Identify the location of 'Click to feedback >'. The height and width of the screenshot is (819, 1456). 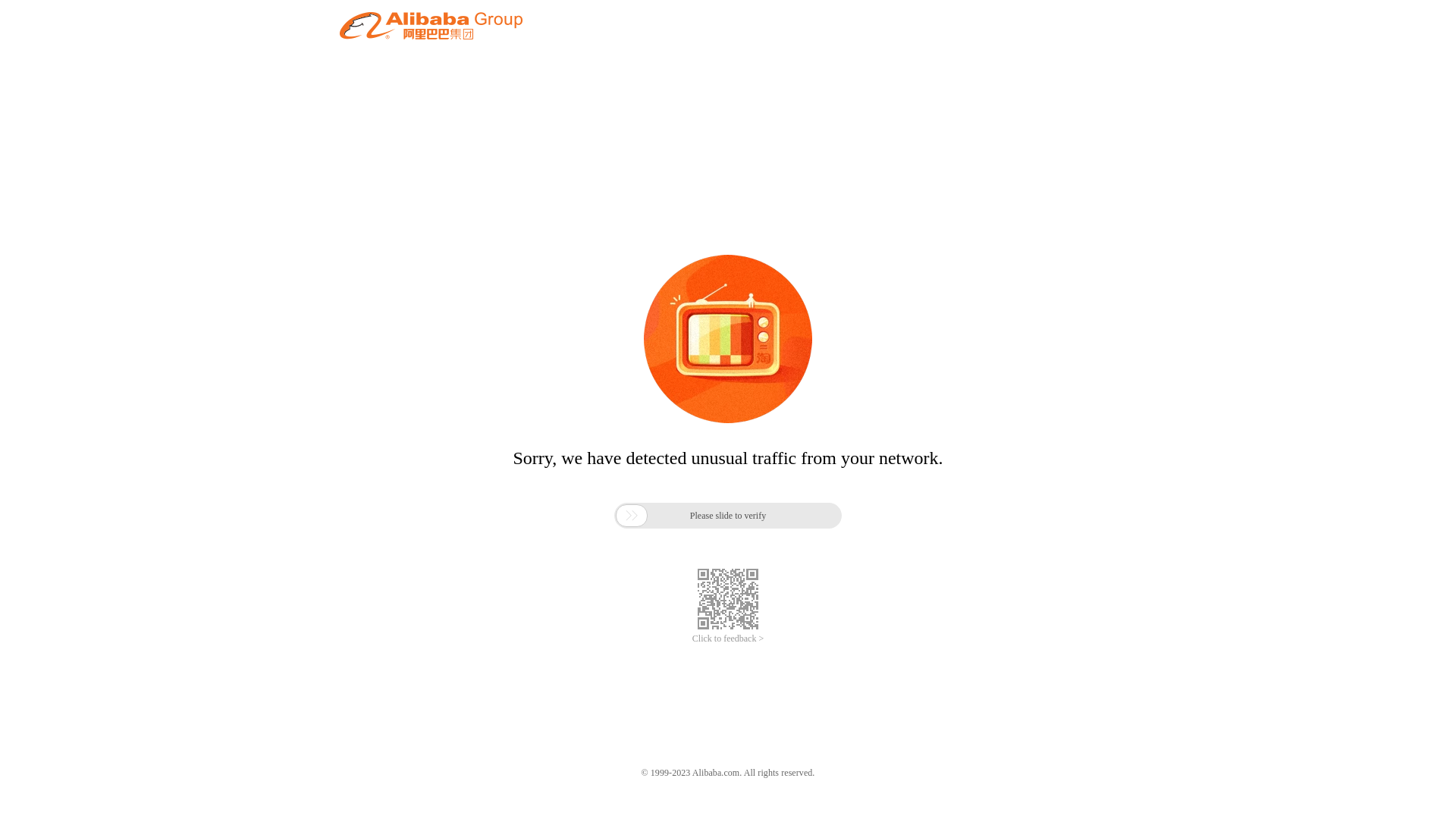
(728, 639).